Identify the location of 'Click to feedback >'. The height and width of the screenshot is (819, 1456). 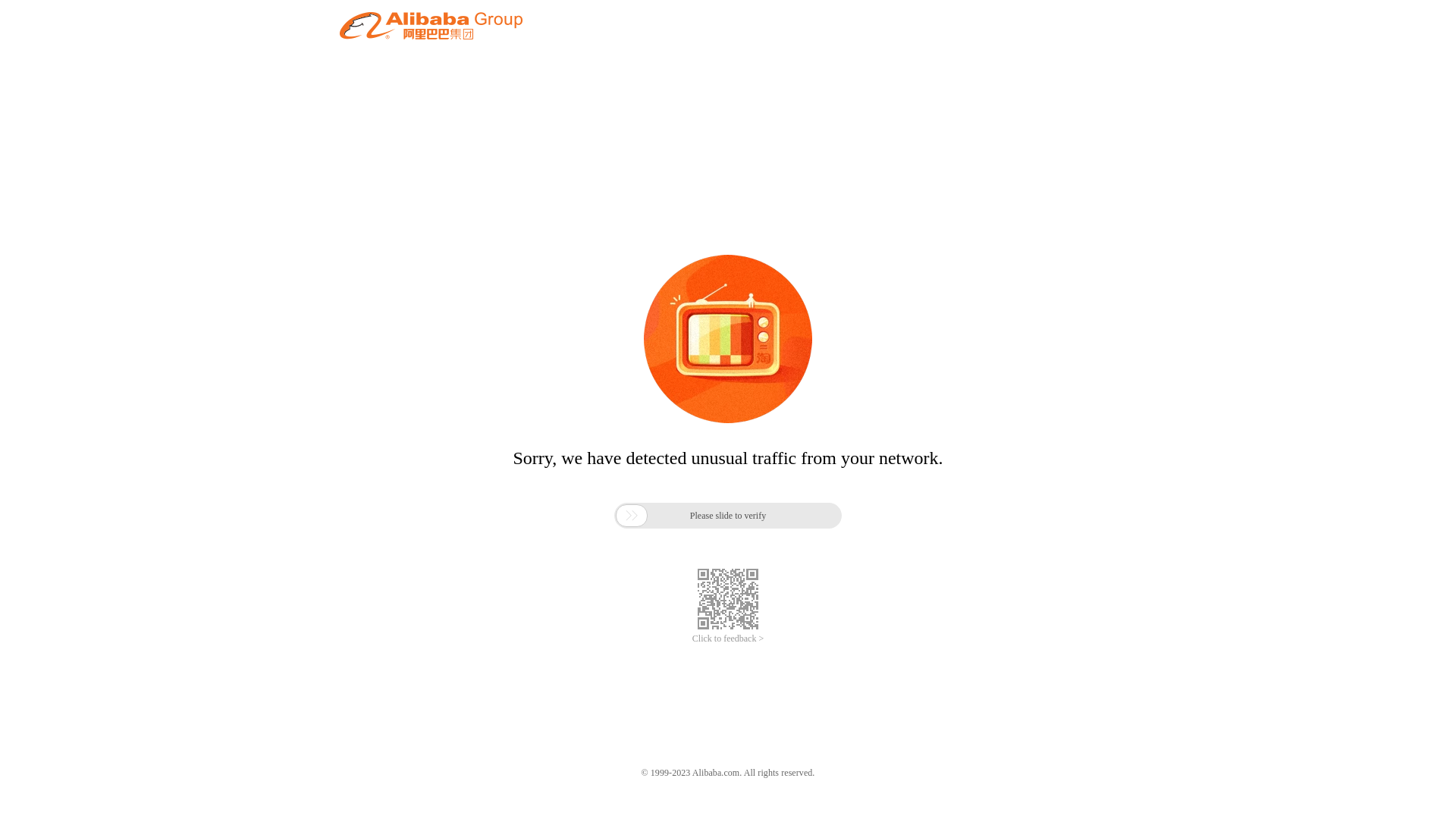
(728, 639).